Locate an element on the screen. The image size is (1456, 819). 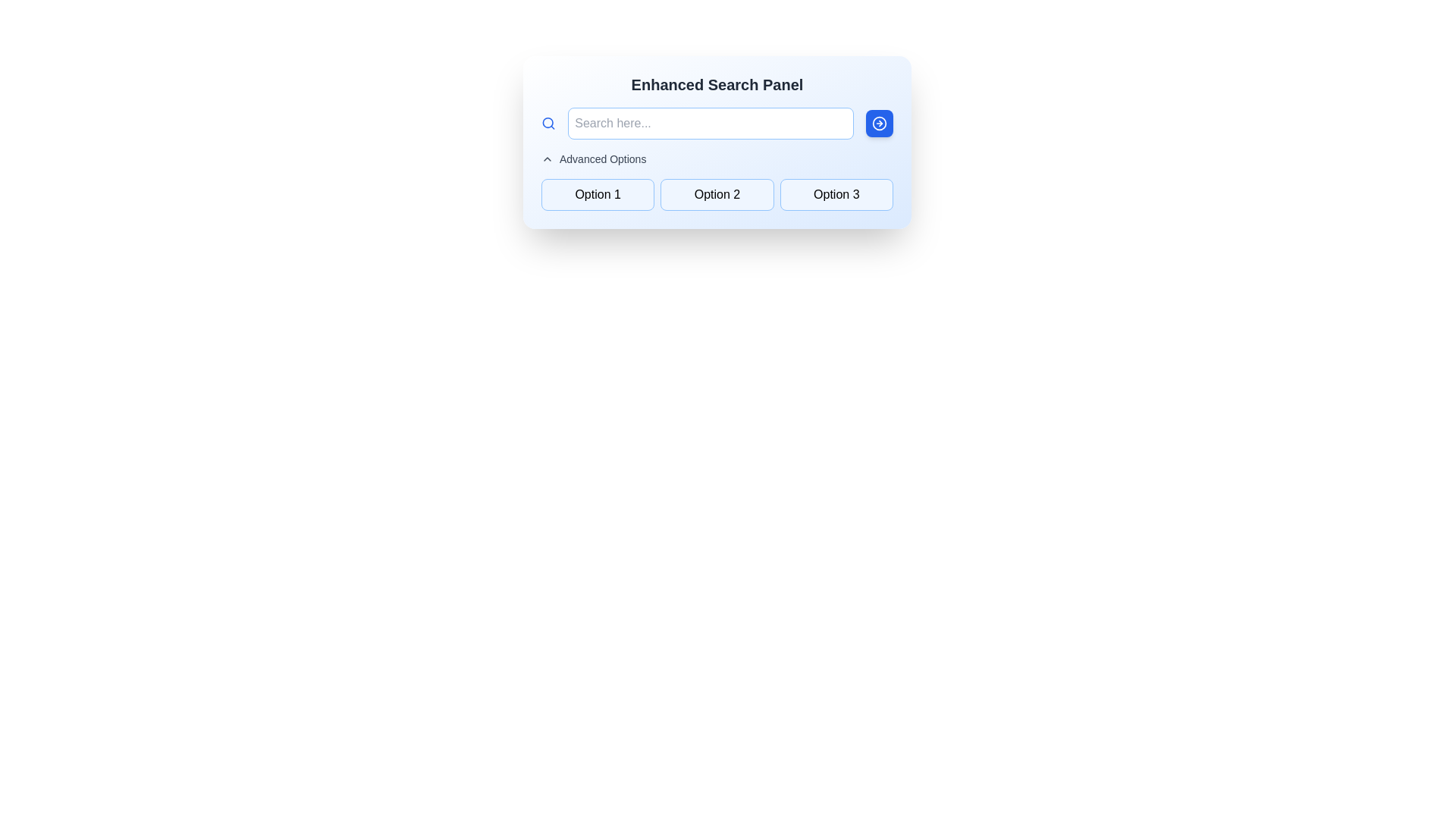
the segmented button group located centrally within the visible card interface, just below the 'Advanced Options' label, which consists of three segments with 'Option 2' being the center button is located at coordinates (716, 194).